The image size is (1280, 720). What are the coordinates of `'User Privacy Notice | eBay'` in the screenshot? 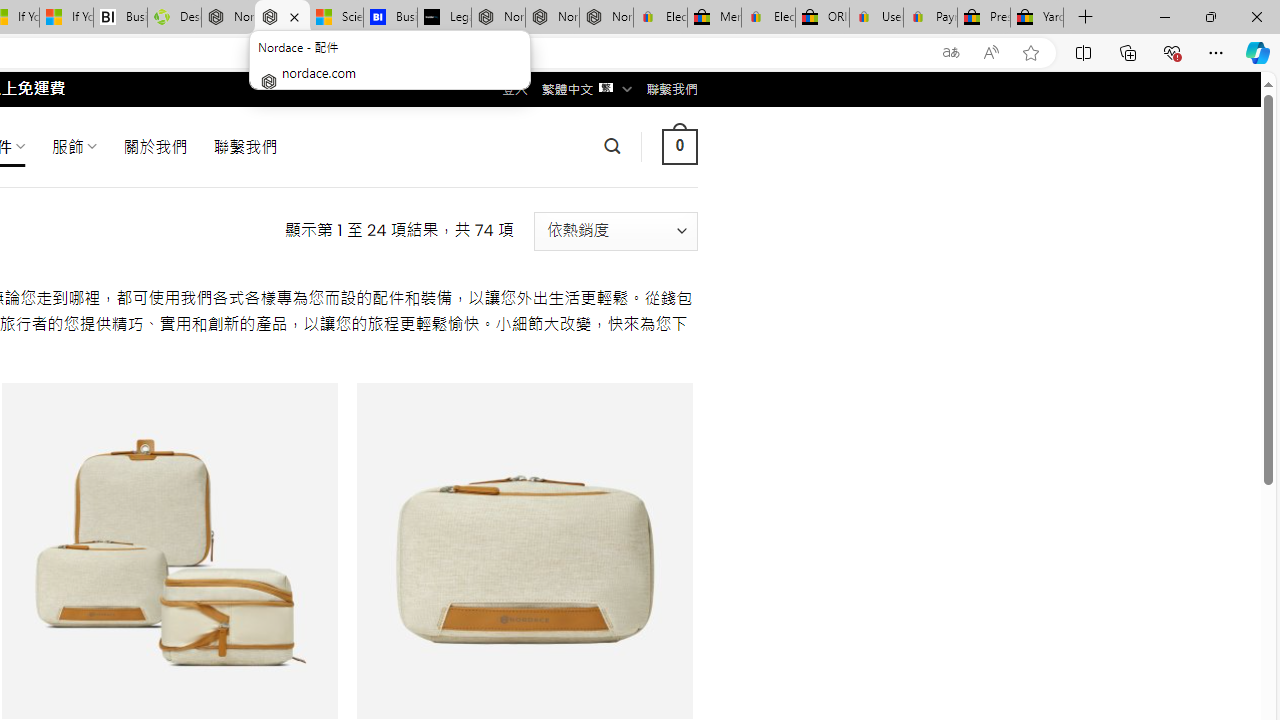 It's located at (876, 17).